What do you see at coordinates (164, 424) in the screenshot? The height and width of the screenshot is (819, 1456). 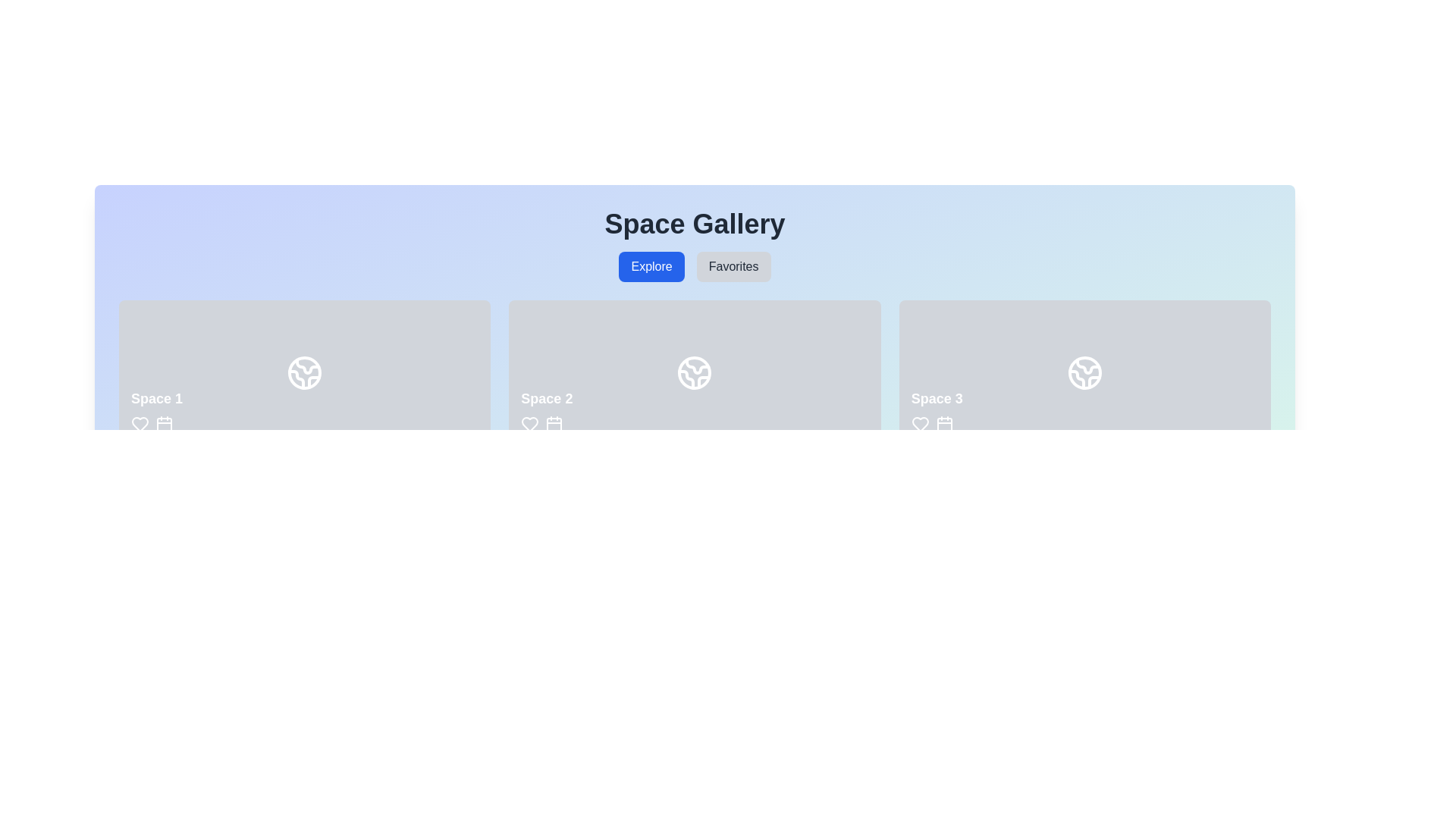 I see `the calendar icon located to the right of the heart-shaped icon in the bottom left corner of the 'Space 1' card to change its color` at bounding box center [164, 424].